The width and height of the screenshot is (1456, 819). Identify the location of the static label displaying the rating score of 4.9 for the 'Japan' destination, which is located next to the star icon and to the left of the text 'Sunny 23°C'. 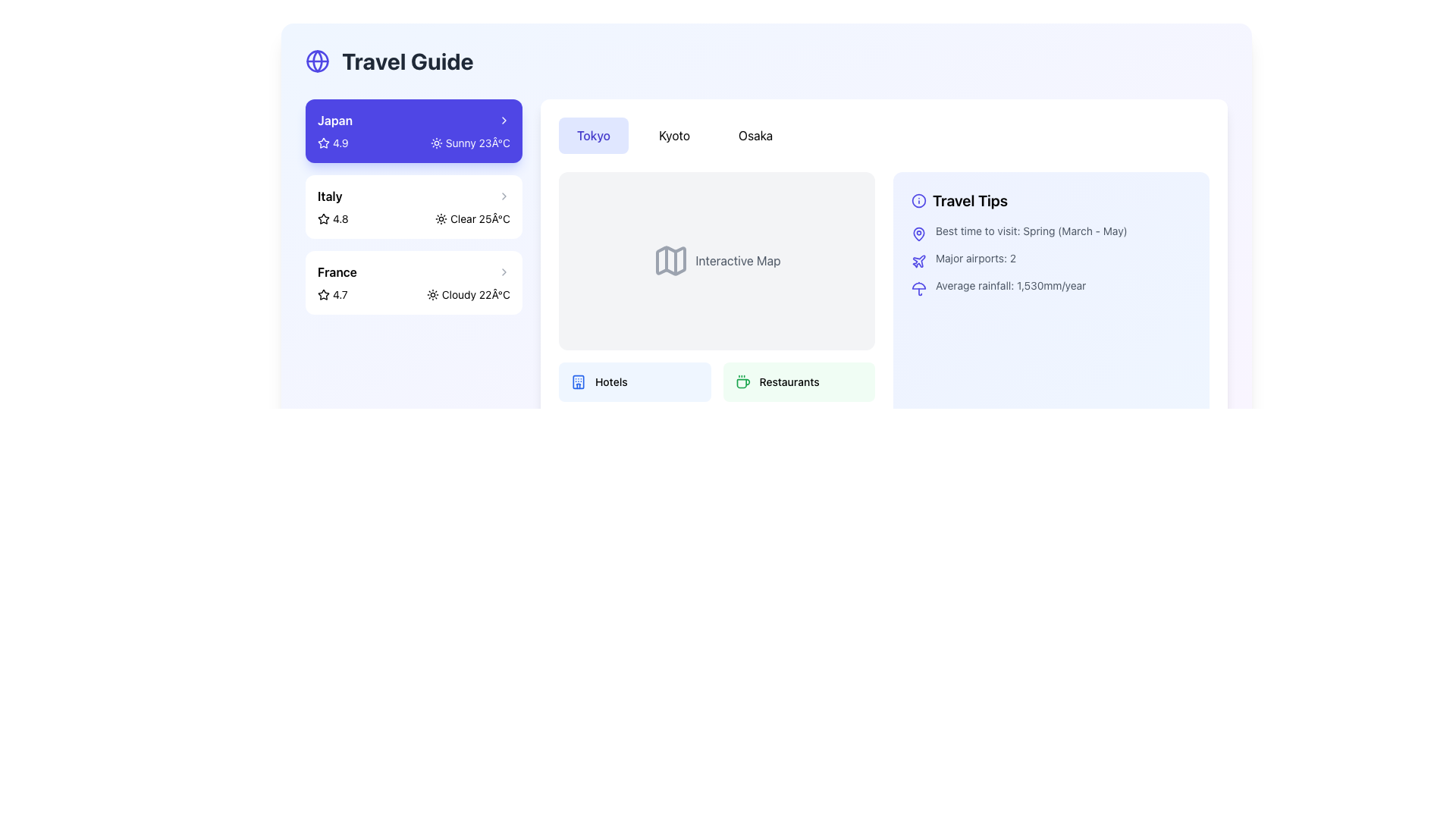
(340, 143).